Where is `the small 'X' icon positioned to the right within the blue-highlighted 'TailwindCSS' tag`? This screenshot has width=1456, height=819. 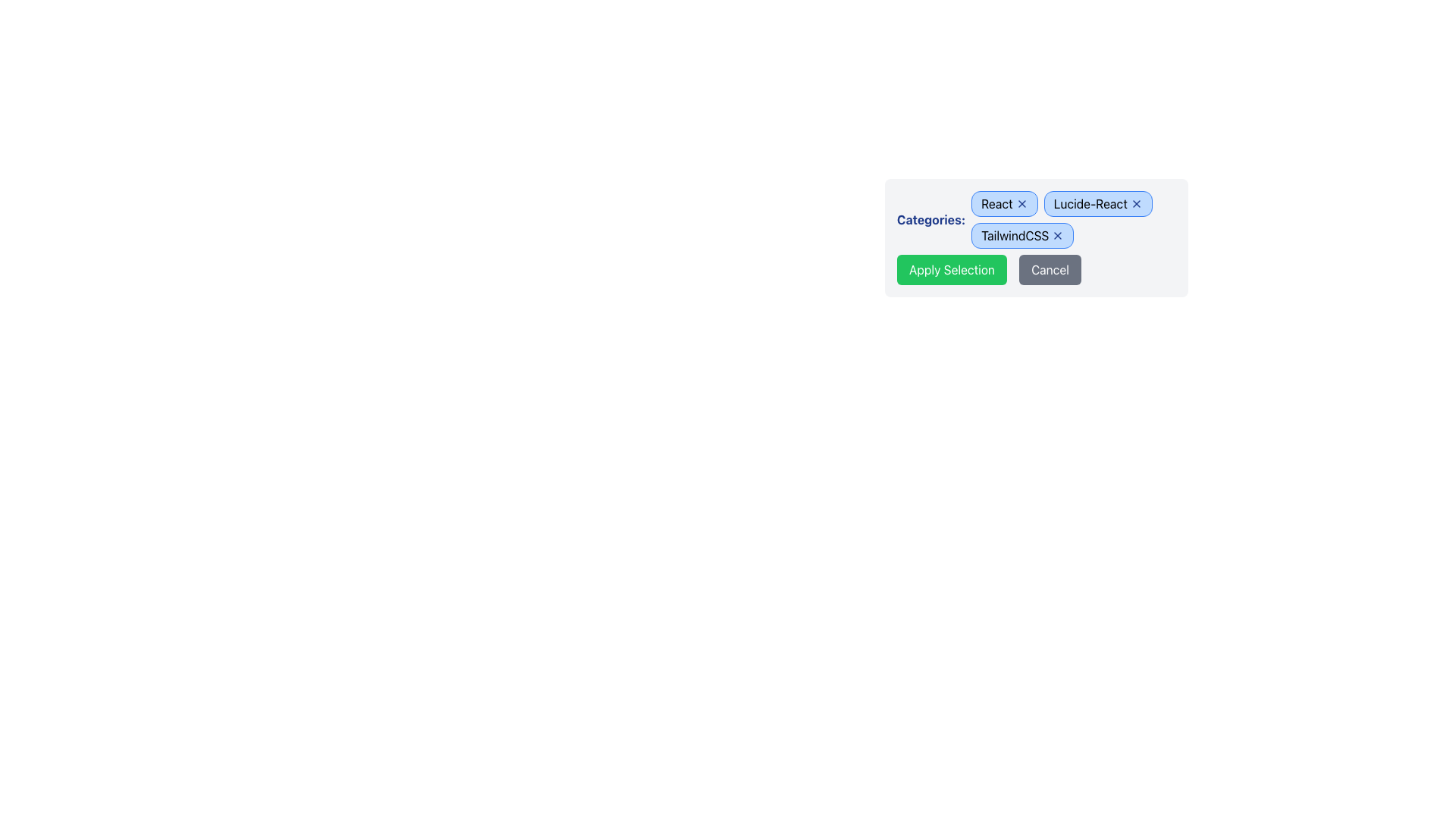 the small 'X' icon positioned to the right within the blue-highlighted 'TailwindCSS' tag is located at coordinates (1057, 236).